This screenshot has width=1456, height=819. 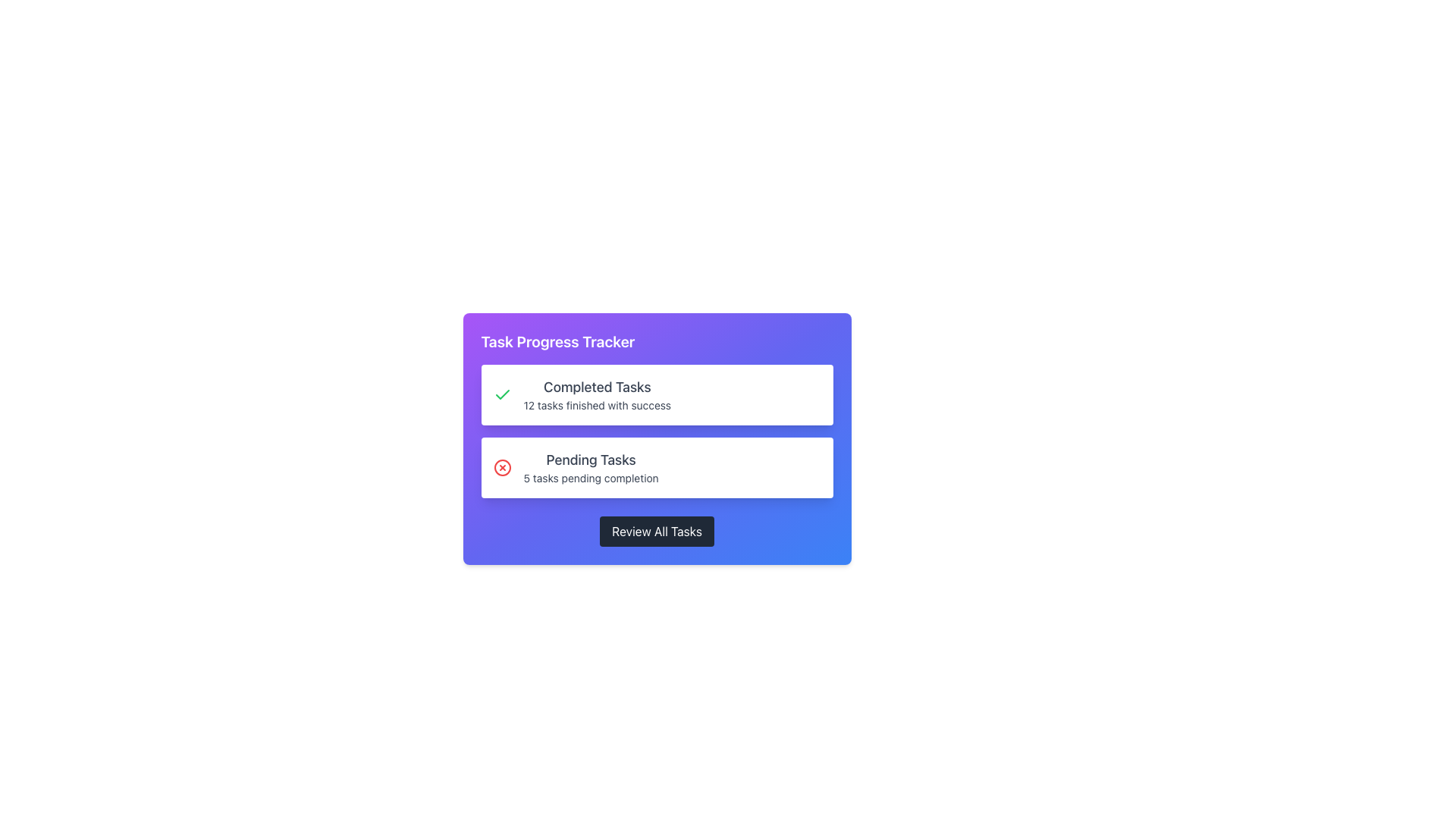 I want to click on the red circular icon with an 'X' inside, located within the 'Pending Tasks' card, to the left of the text 'Pending Tasks', so click(x=502, y=467).